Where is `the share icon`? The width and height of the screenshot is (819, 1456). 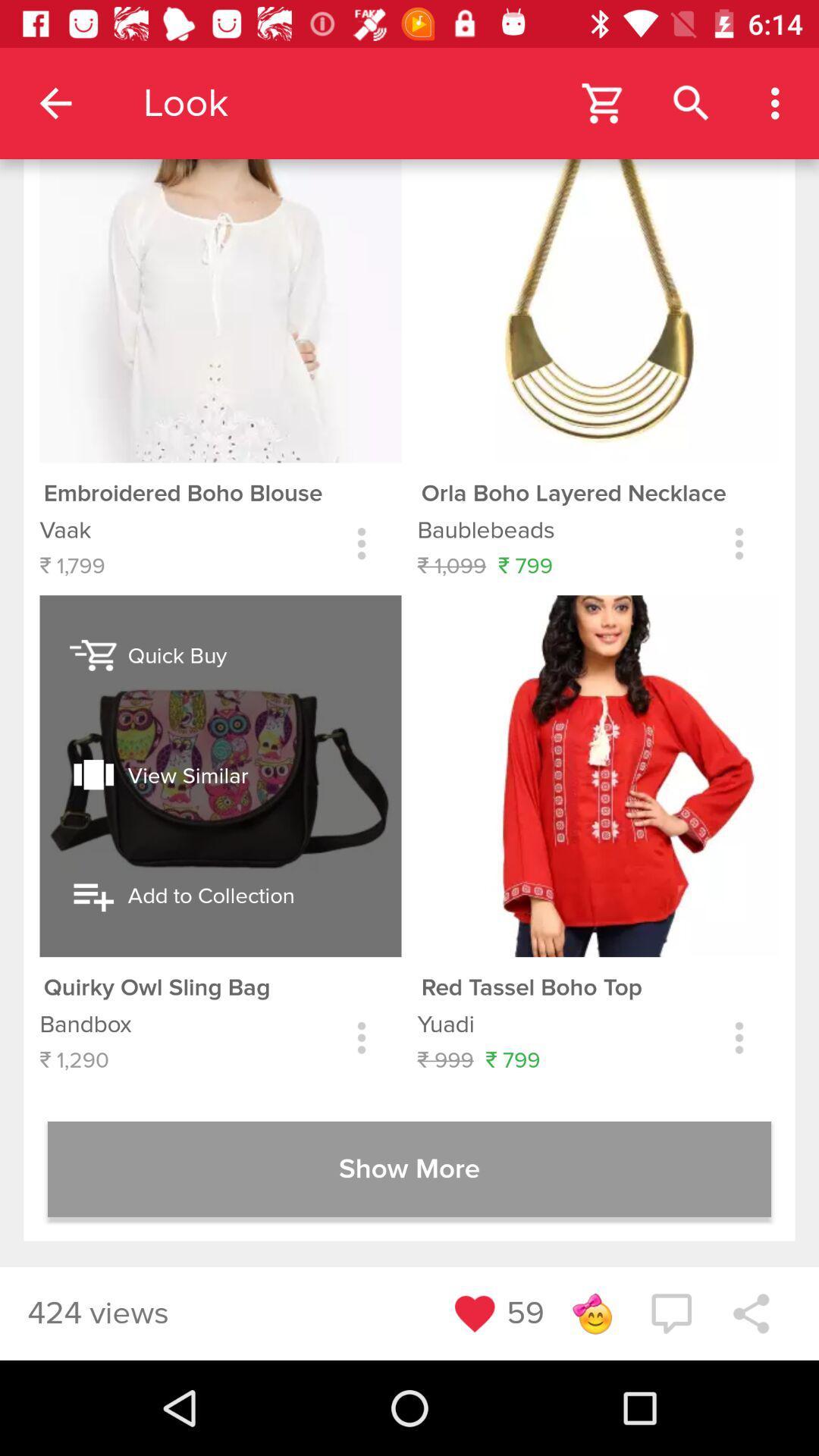 the share icon is located at coordinates (751, 1313).